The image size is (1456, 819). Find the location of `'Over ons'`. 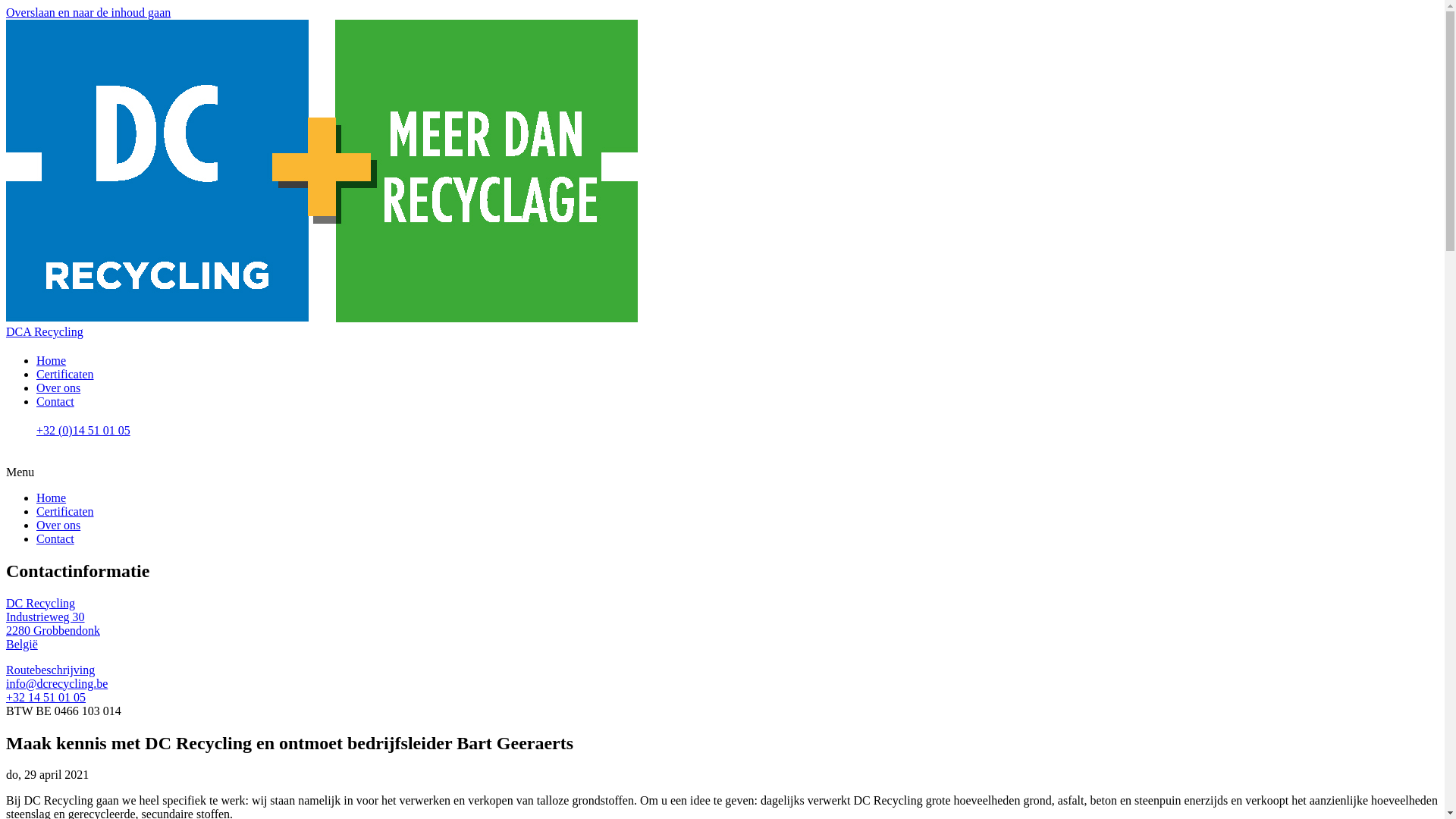

'Over ons' is located at coordinates (58, 524).